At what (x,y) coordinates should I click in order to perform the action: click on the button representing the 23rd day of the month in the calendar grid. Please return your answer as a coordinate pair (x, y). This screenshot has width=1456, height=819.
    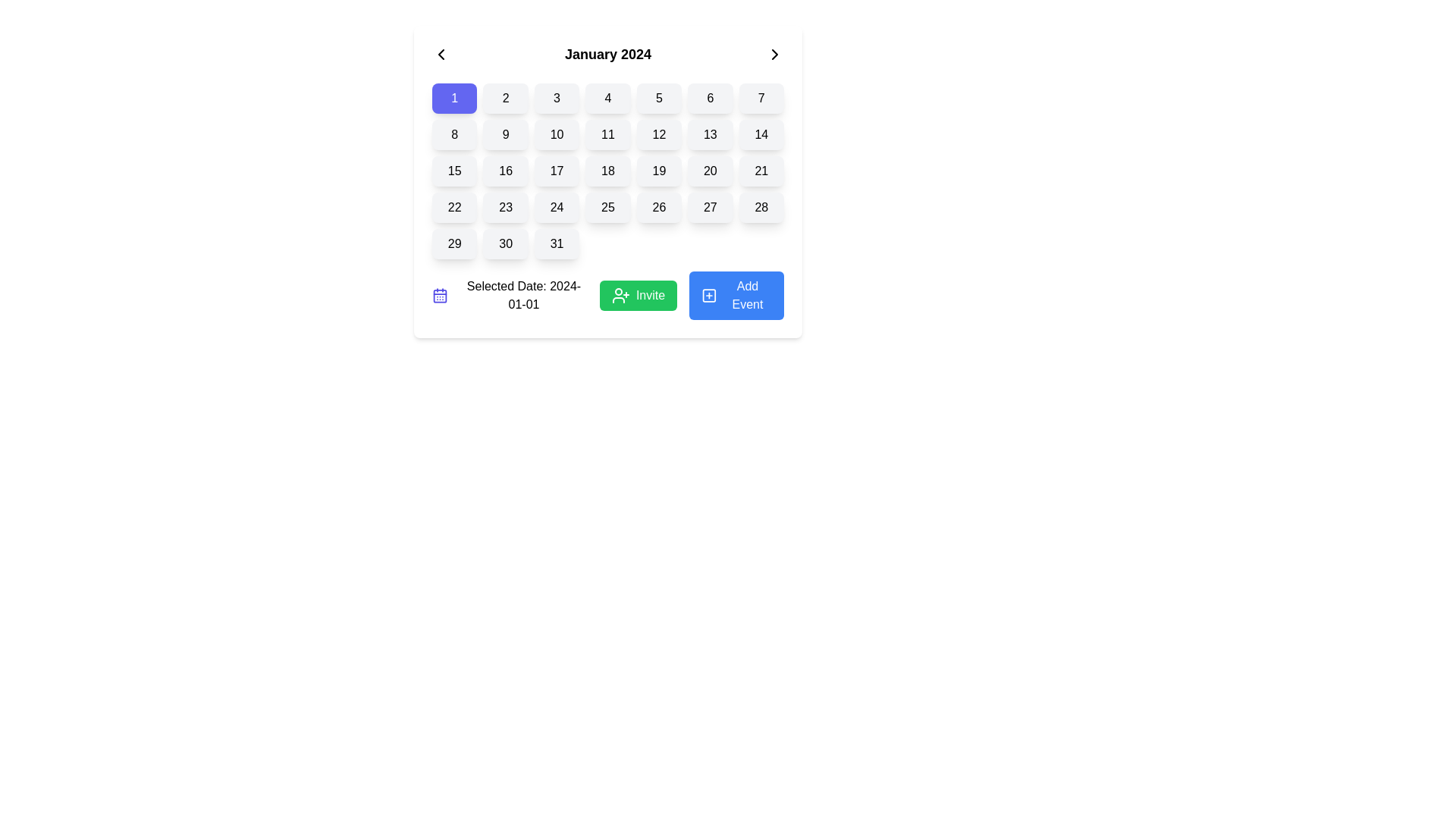
    Looking at the image, I should click on (506, 207).